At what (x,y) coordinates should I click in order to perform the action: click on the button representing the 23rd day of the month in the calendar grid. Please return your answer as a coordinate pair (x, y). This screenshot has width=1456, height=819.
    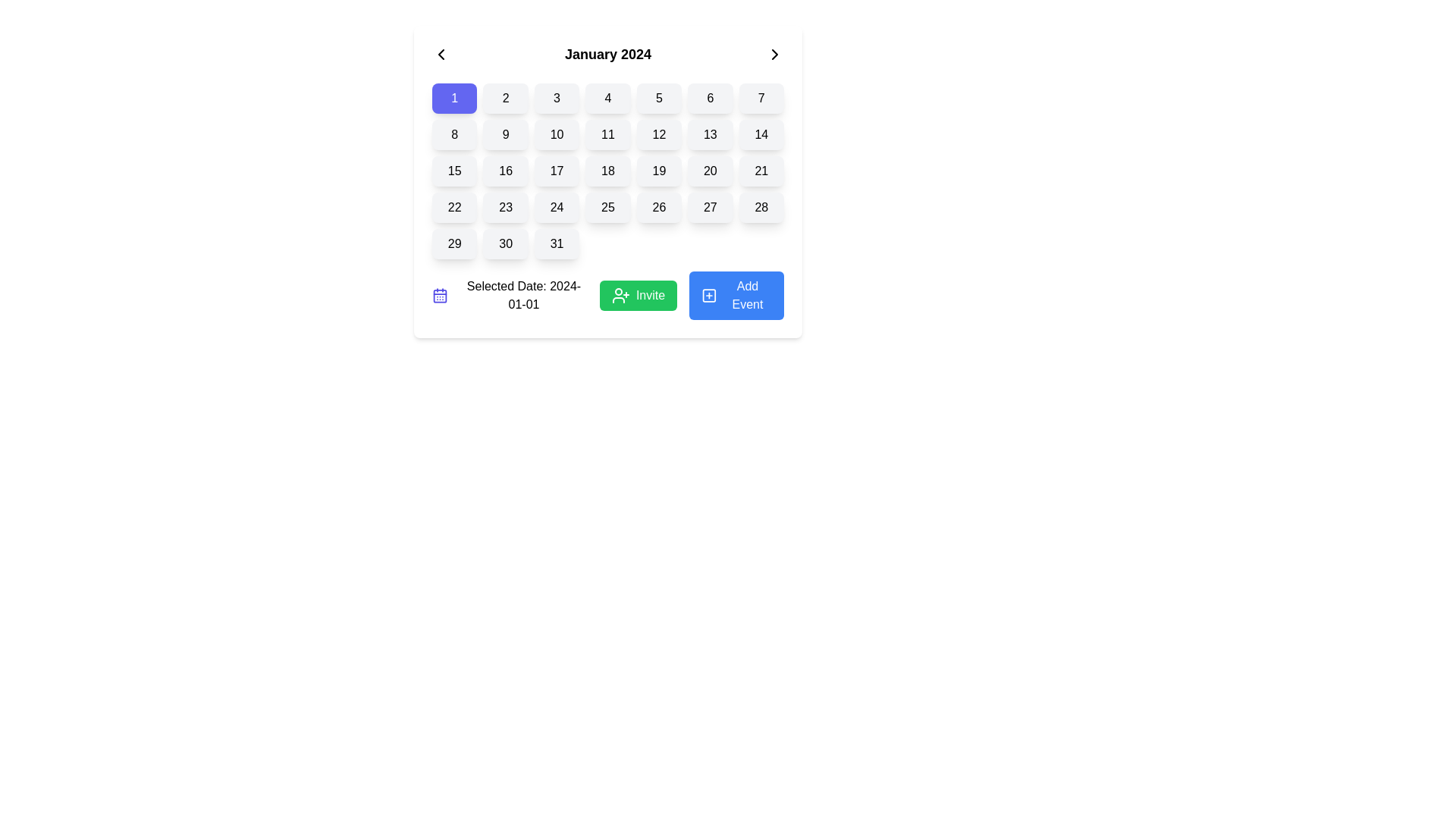
    Looking at the image, I should click on (506, 207).